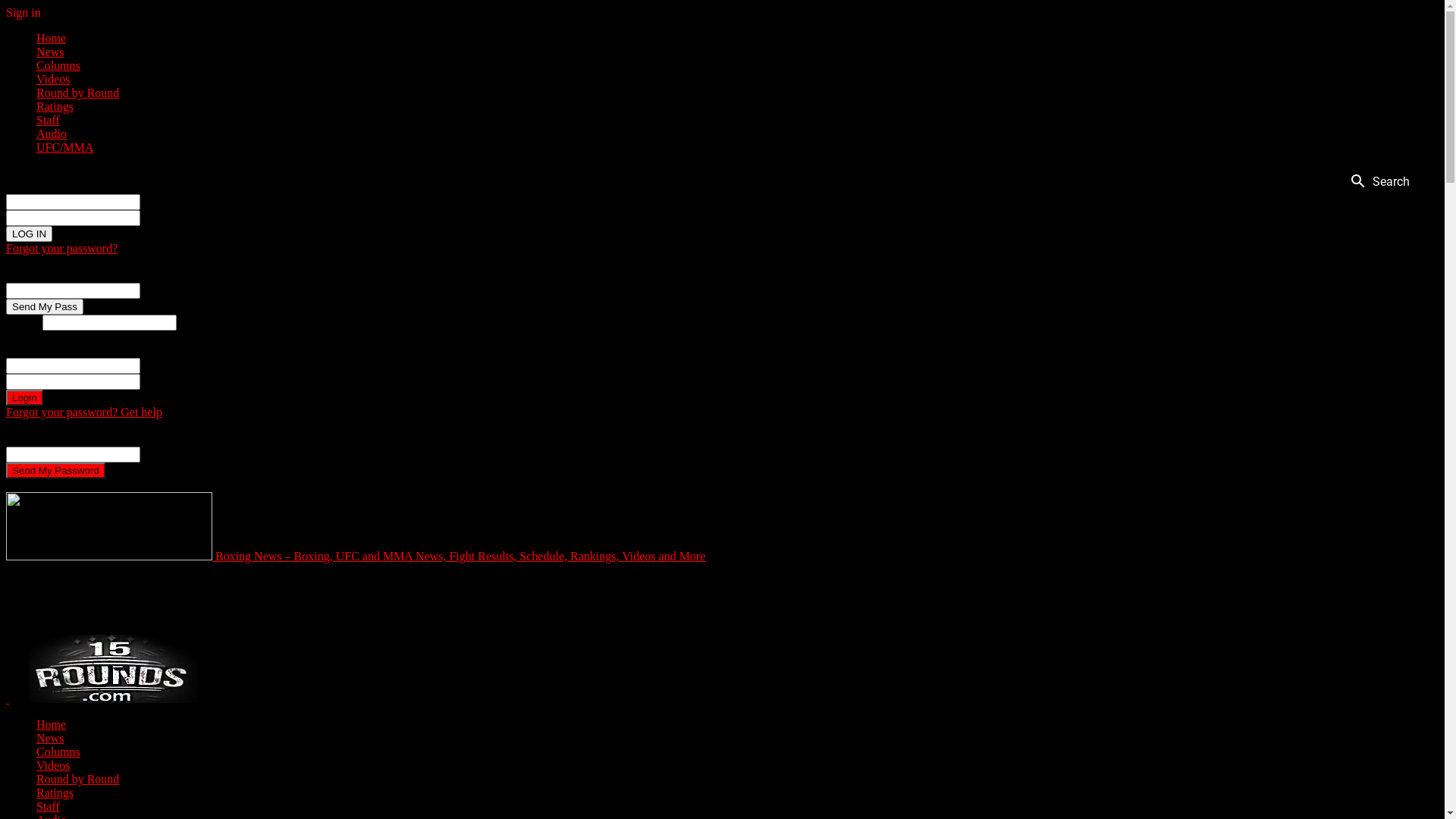 Image resolution: width=1456 pixels, height=819 pixels. What do you see at coordinates (48, 119) in the screenshot?
I see `'Staff'` at bounding box center [48, 119].